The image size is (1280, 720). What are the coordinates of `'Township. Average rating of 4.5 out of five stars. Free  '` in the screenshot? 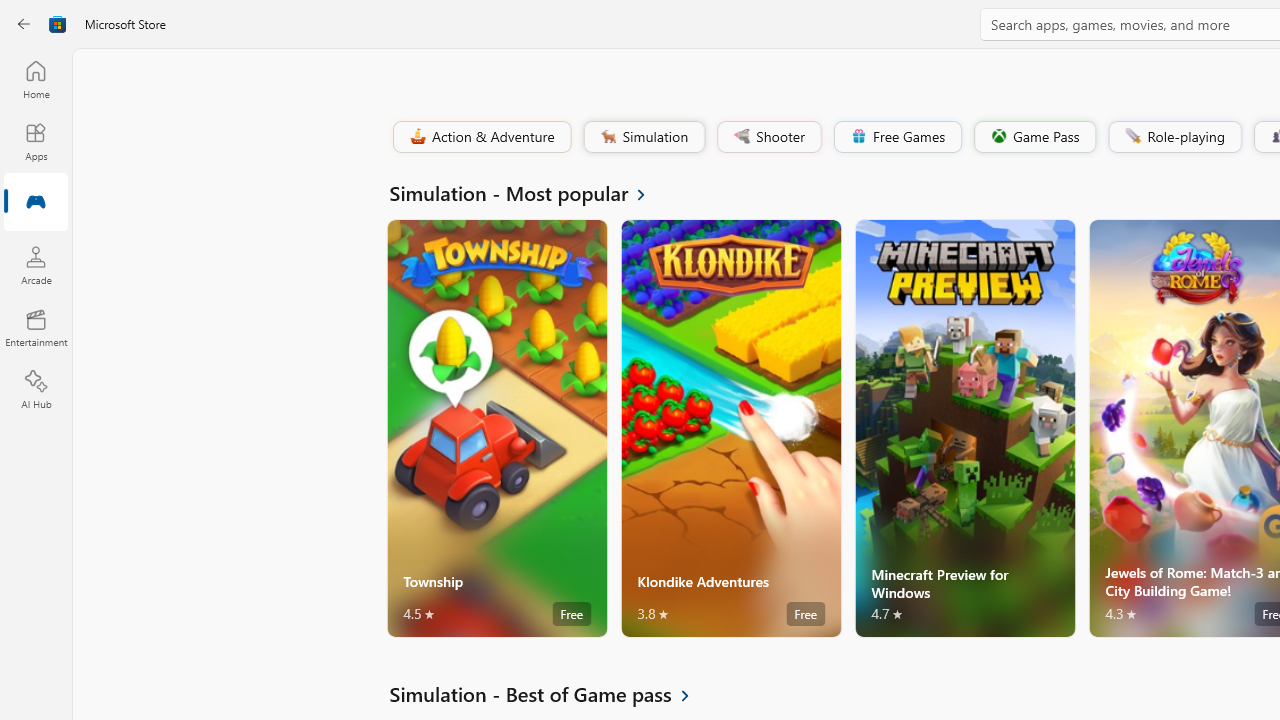 It's located at (497, 427).